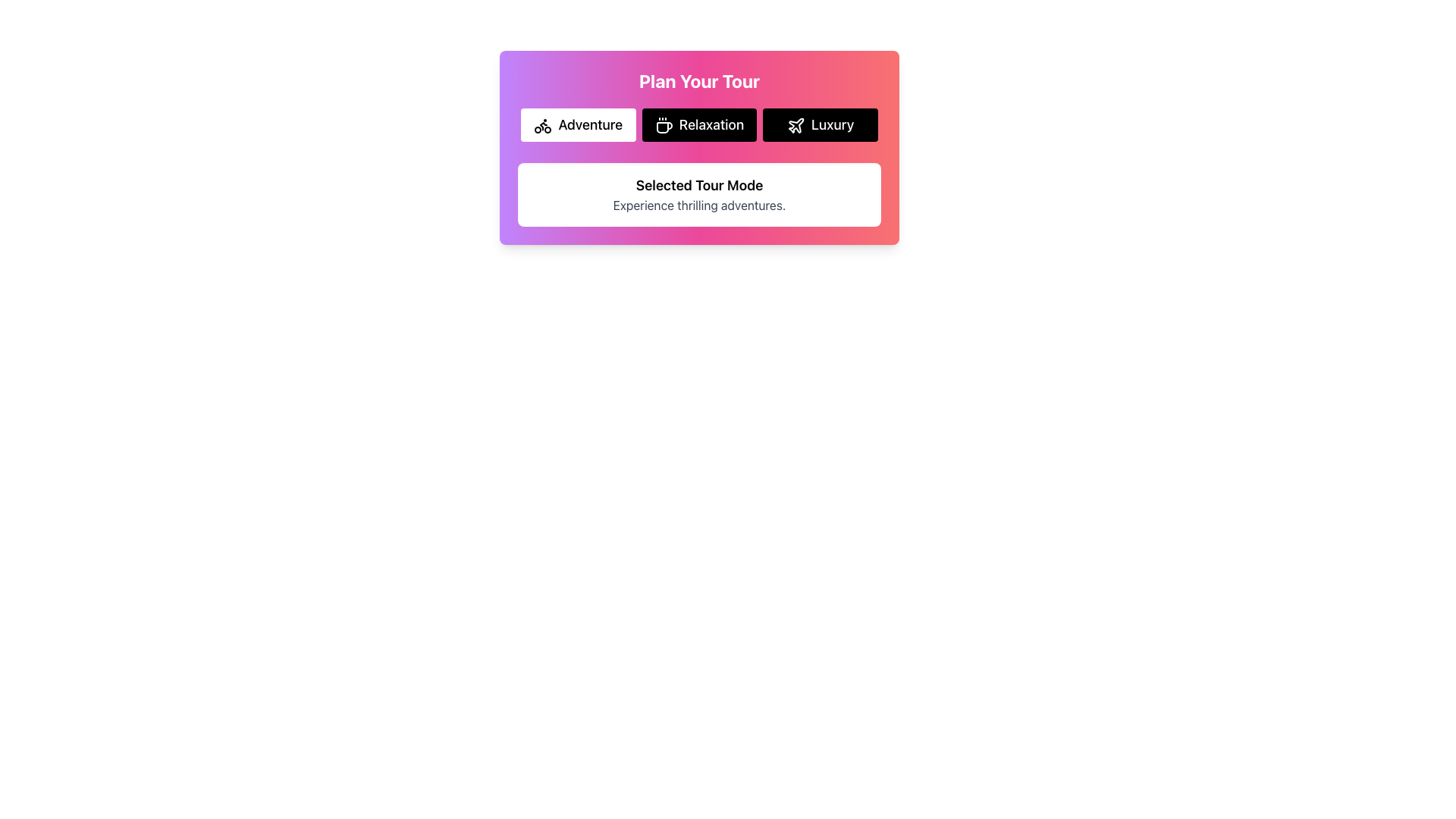  What do you see at coordinates (698, 148) in the screenshot?
I see `the buttons in the interactive card interface` at bounding box center [698, 148].